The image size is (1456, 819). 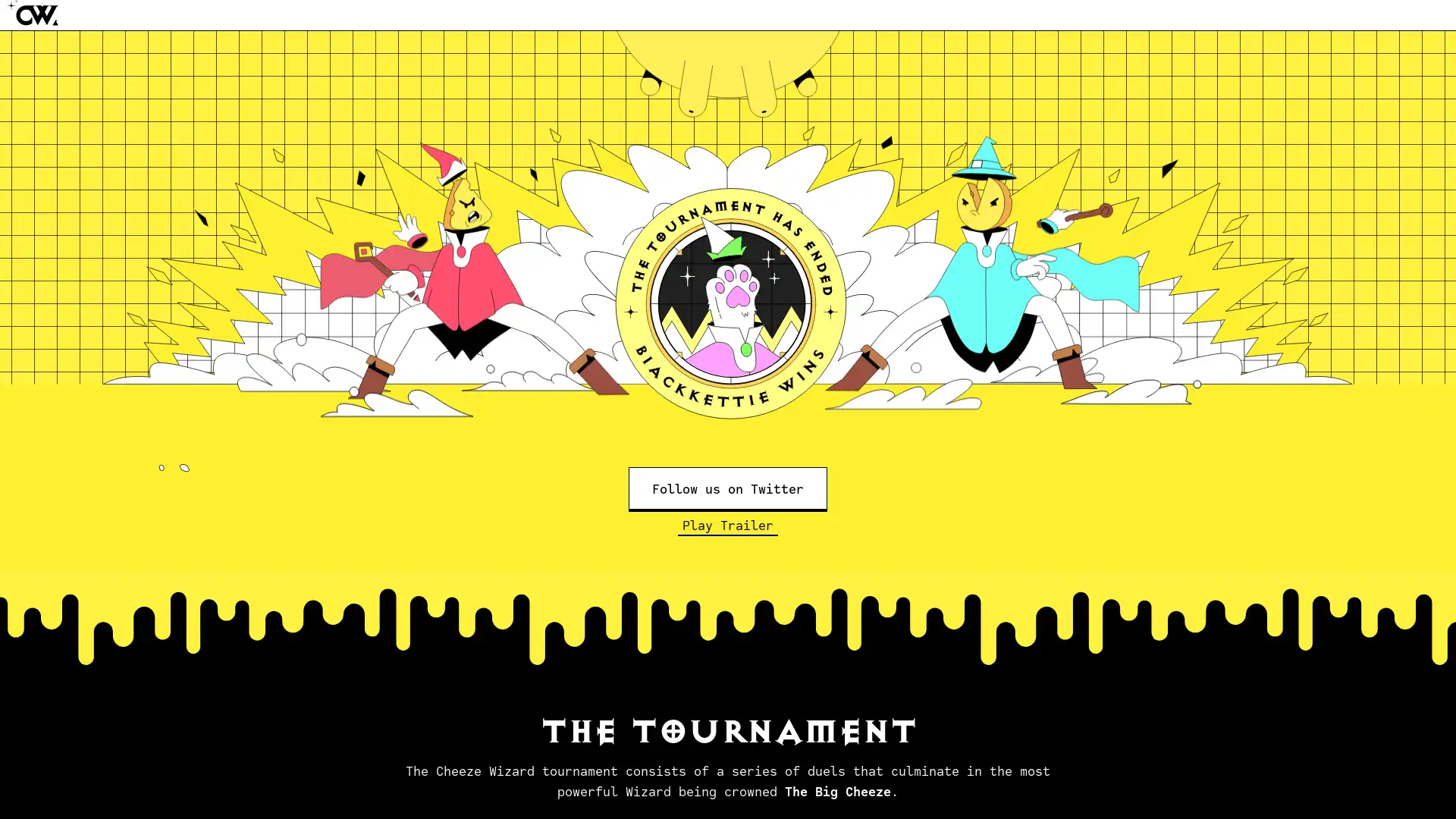 What do you see at coordinates (728, 526) in the screenshot?
I see `Play Trailer` at bounding box center [728, 526].